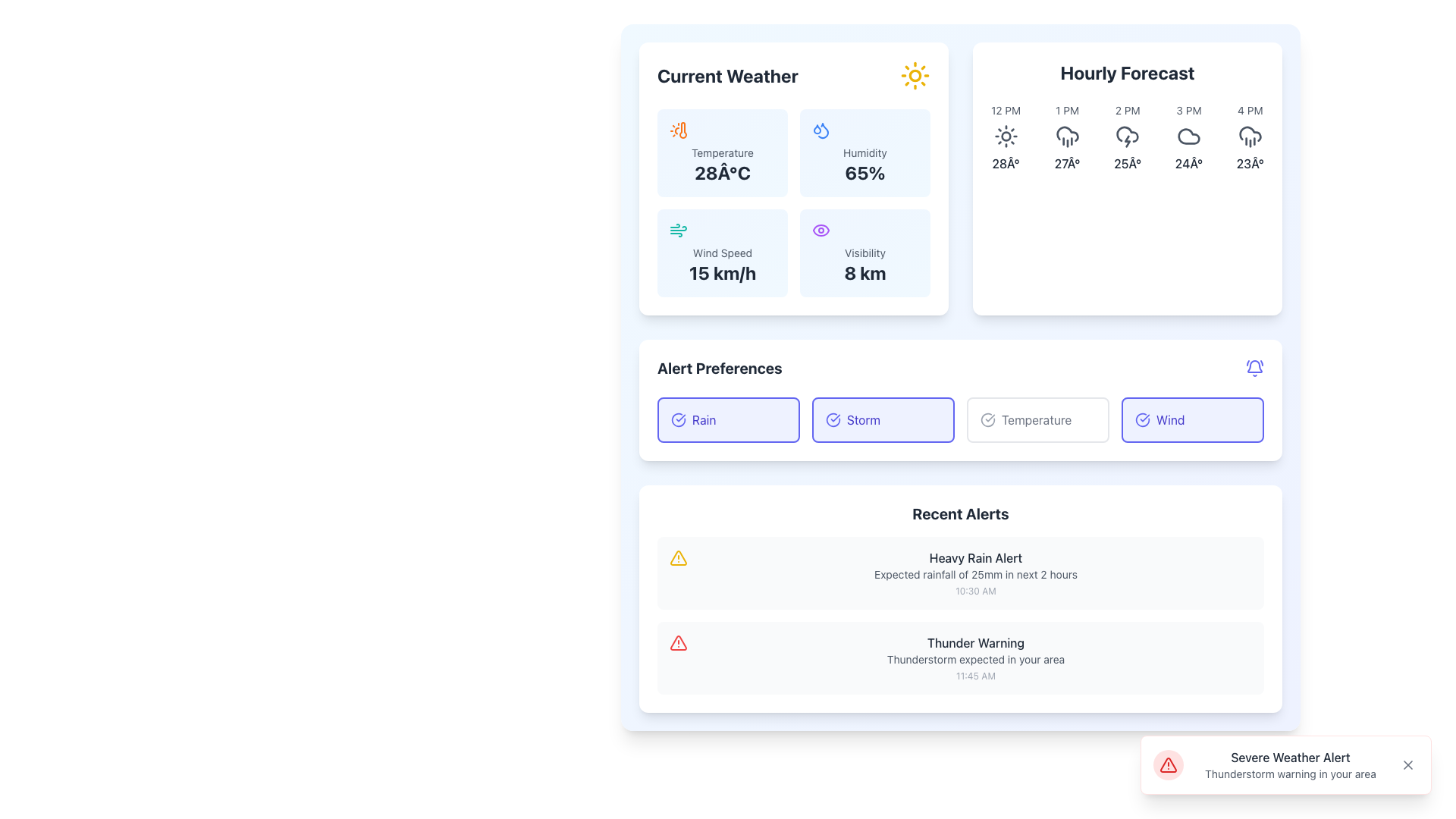 This screenshot has height=819, width=1456. I want to click on the 'Current Weather' text label, which is a bold and large-sized dark gray text displayed at the top-left of its containing block, serving as a heading for the weather data section, so click(726, 76).